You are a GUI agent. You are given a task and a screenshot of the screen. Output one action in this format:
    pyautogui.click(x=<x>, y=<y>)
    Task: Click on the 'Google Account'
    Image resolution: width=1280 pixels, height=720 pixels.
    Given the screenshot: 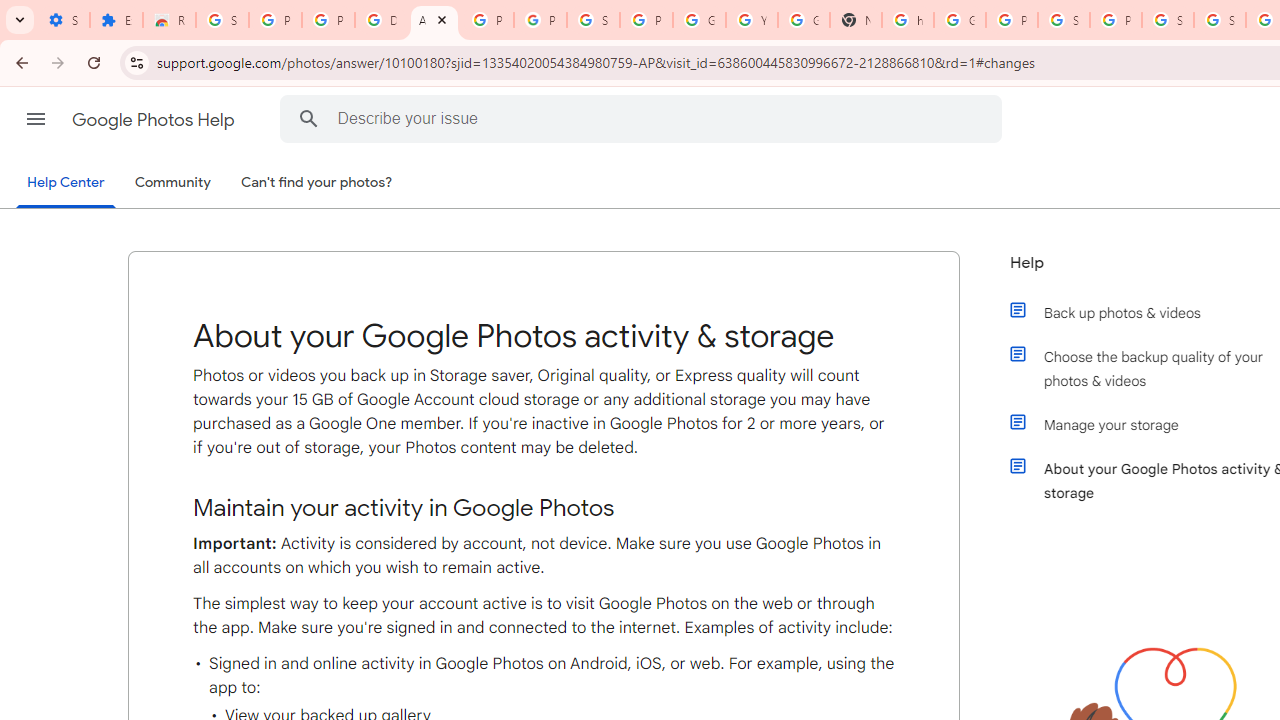 What is the action you would take?
    pyautogui.click(x=699, y=20)
    